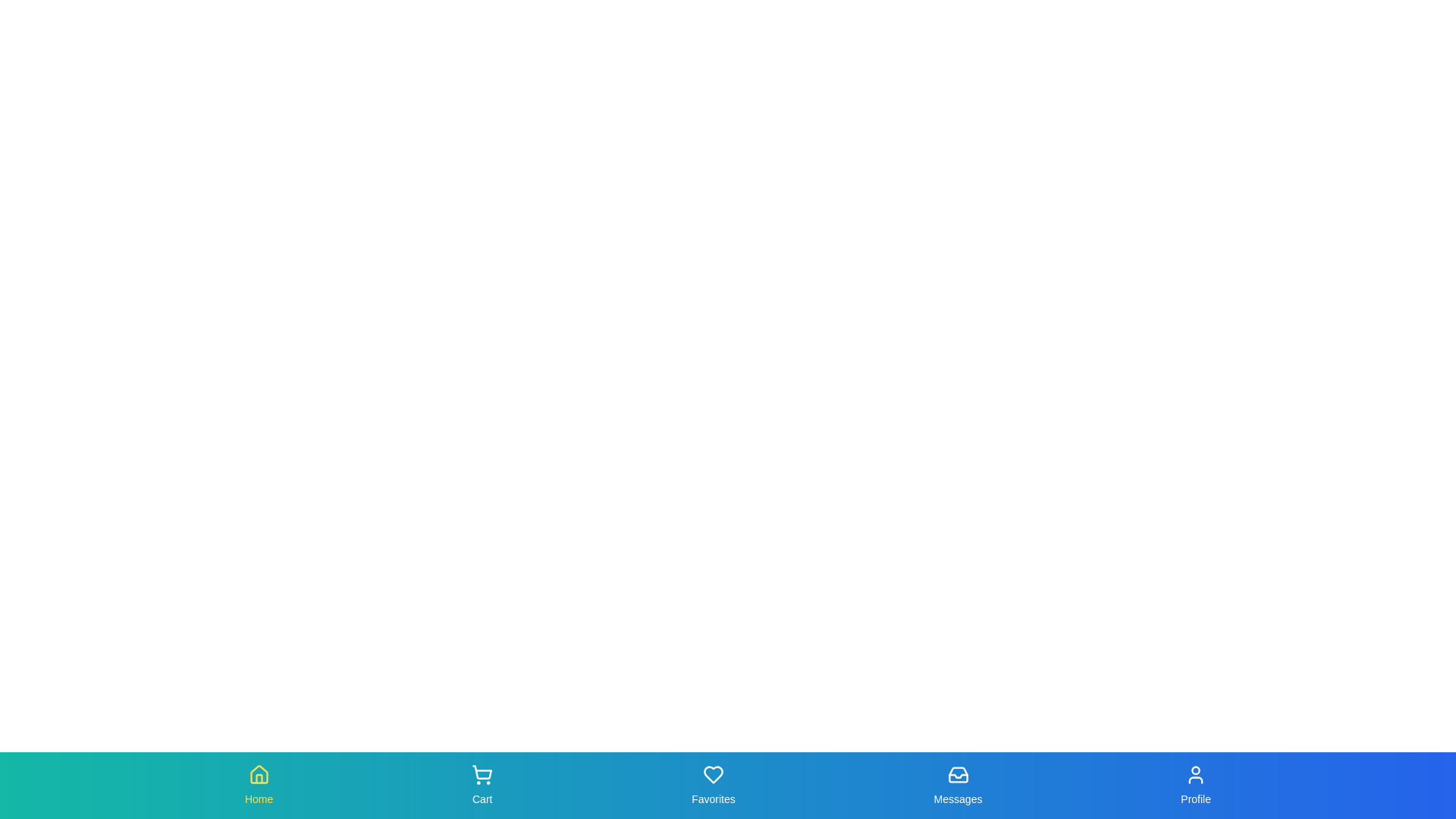  Describe the element at coordinates (712, 785) in the screenshot. I see `the Favorites tab in the bottom navigation bar` at that location.